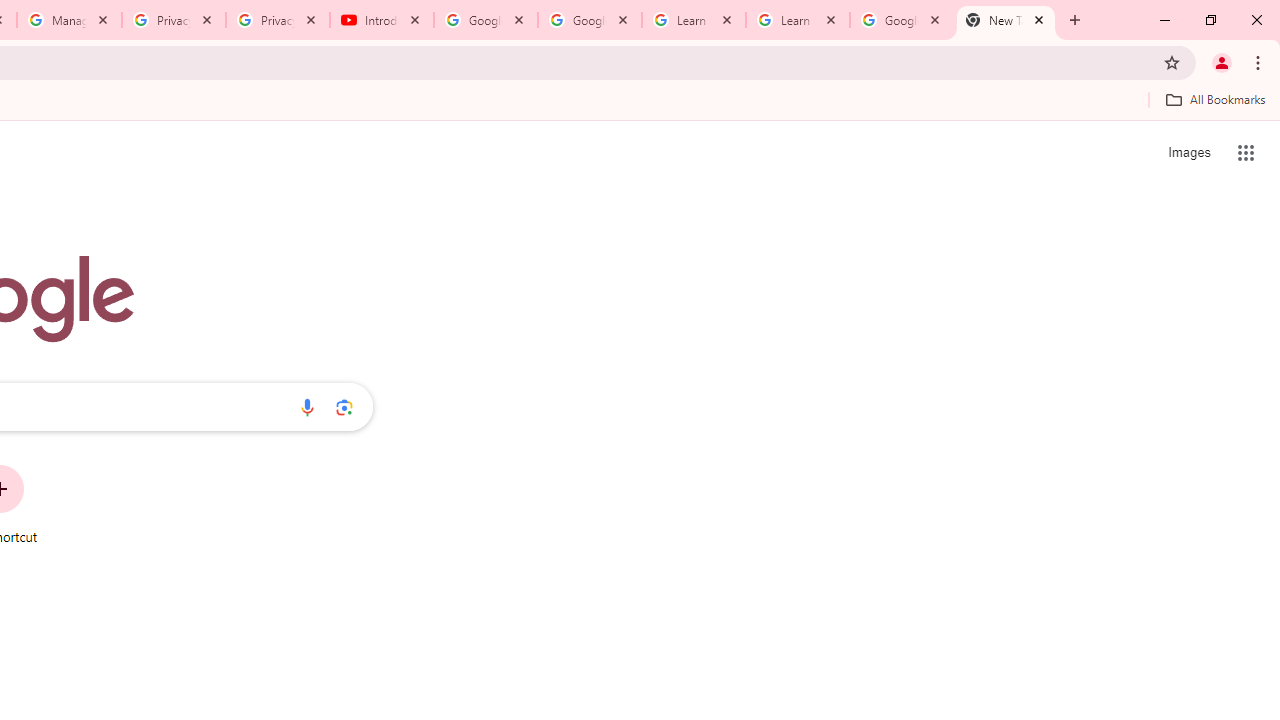  I want to click on 'Google Account', so click(900, 20).